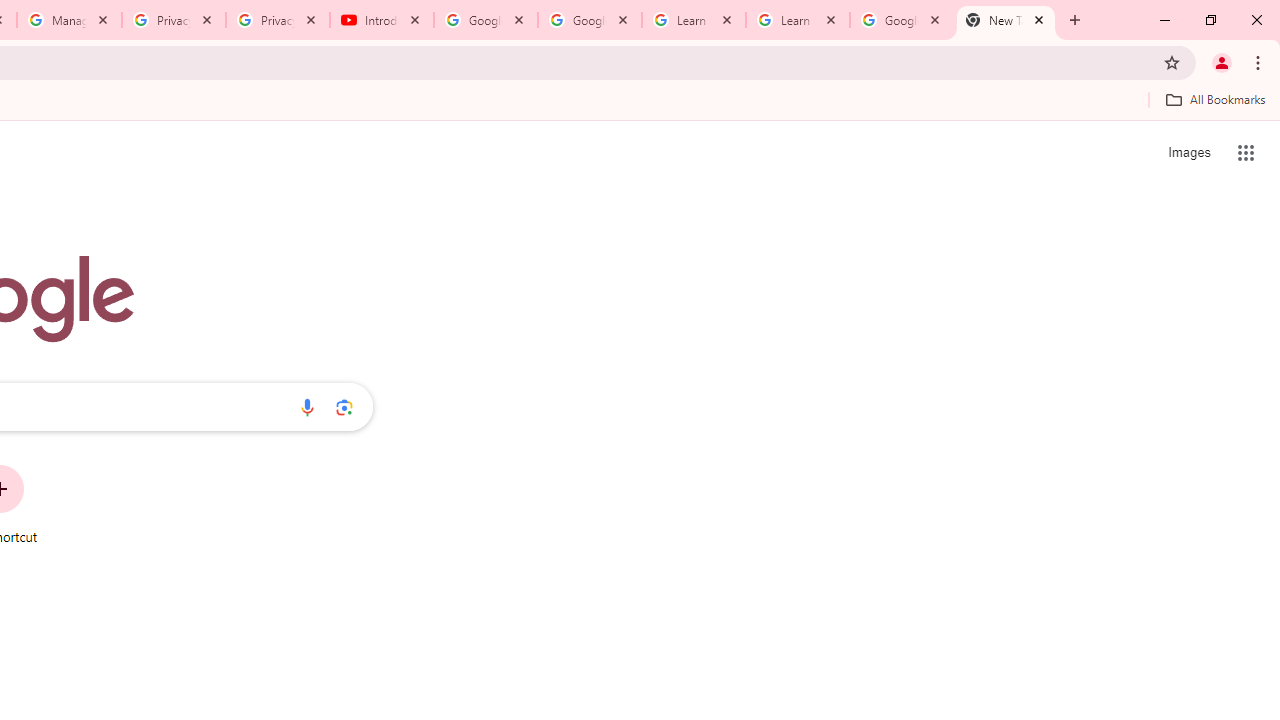  I want to click on 'Google Account', so click(900, 20).